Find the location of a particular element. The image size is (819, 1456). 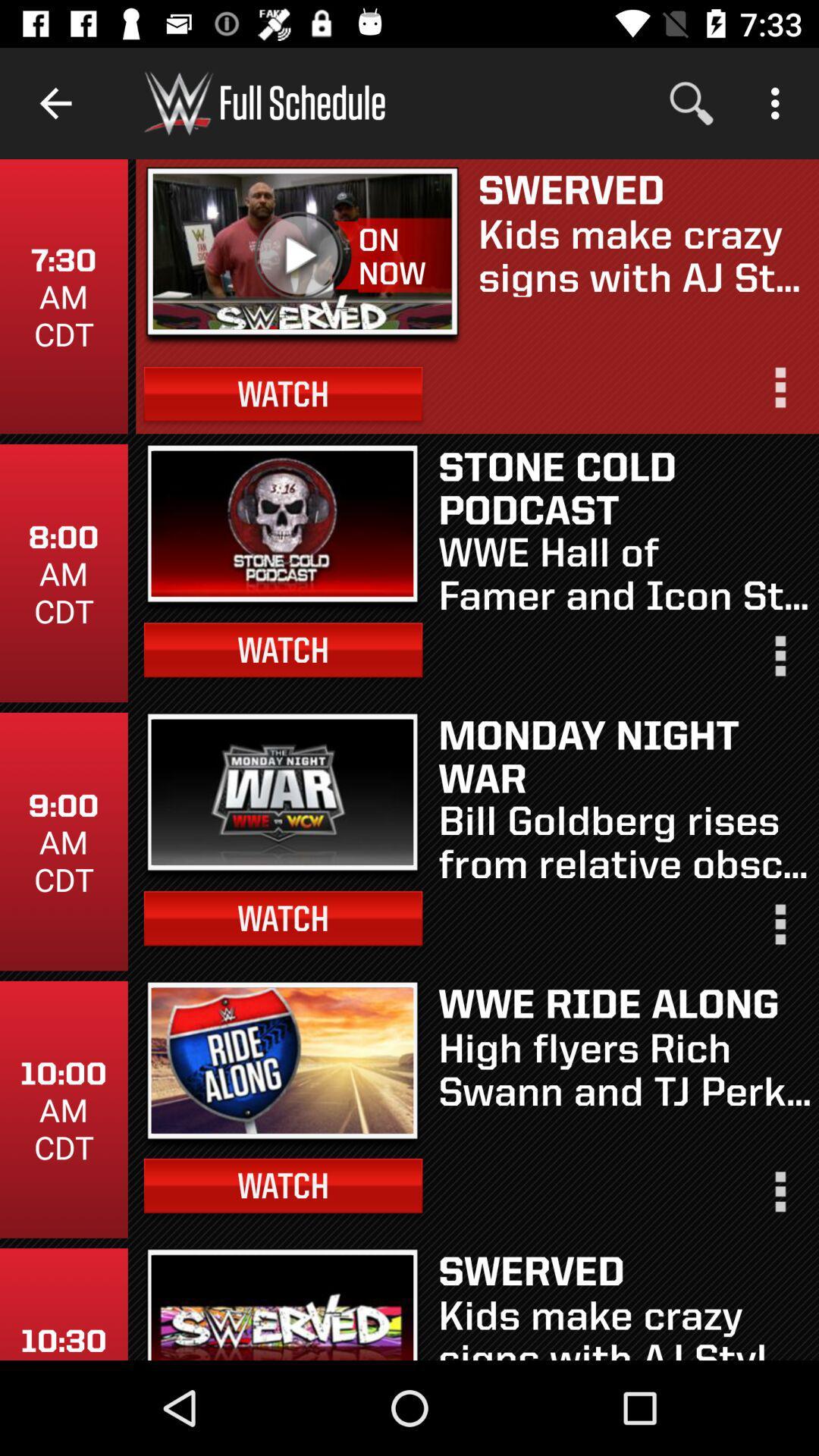

drop down for more options is located at coordinates (779, 930).